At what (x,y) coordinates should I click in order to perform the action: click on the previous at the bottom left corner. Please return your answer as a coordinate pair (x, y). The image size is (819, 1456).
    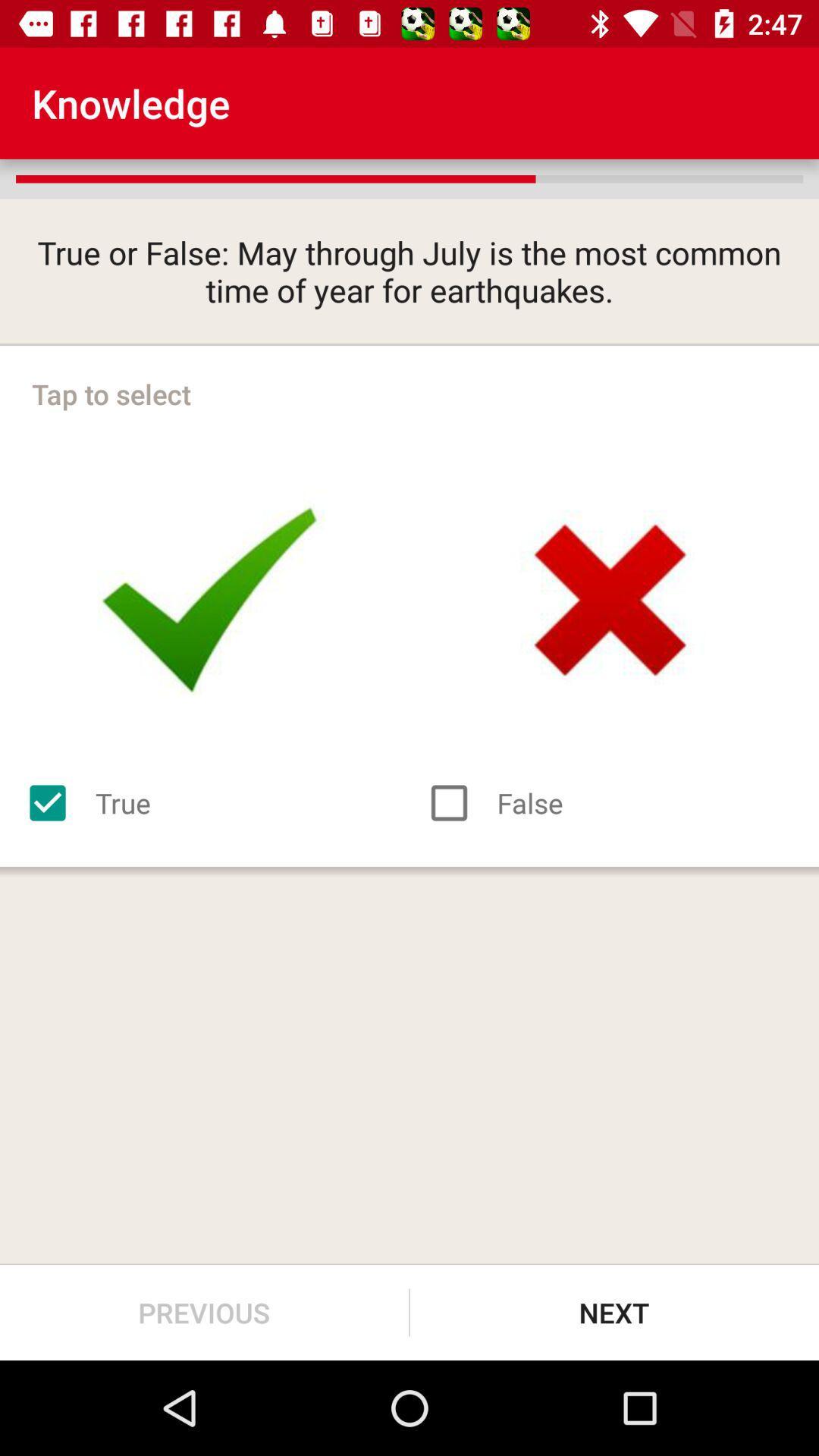
    Looking at the image, I should click on (203, 1312).